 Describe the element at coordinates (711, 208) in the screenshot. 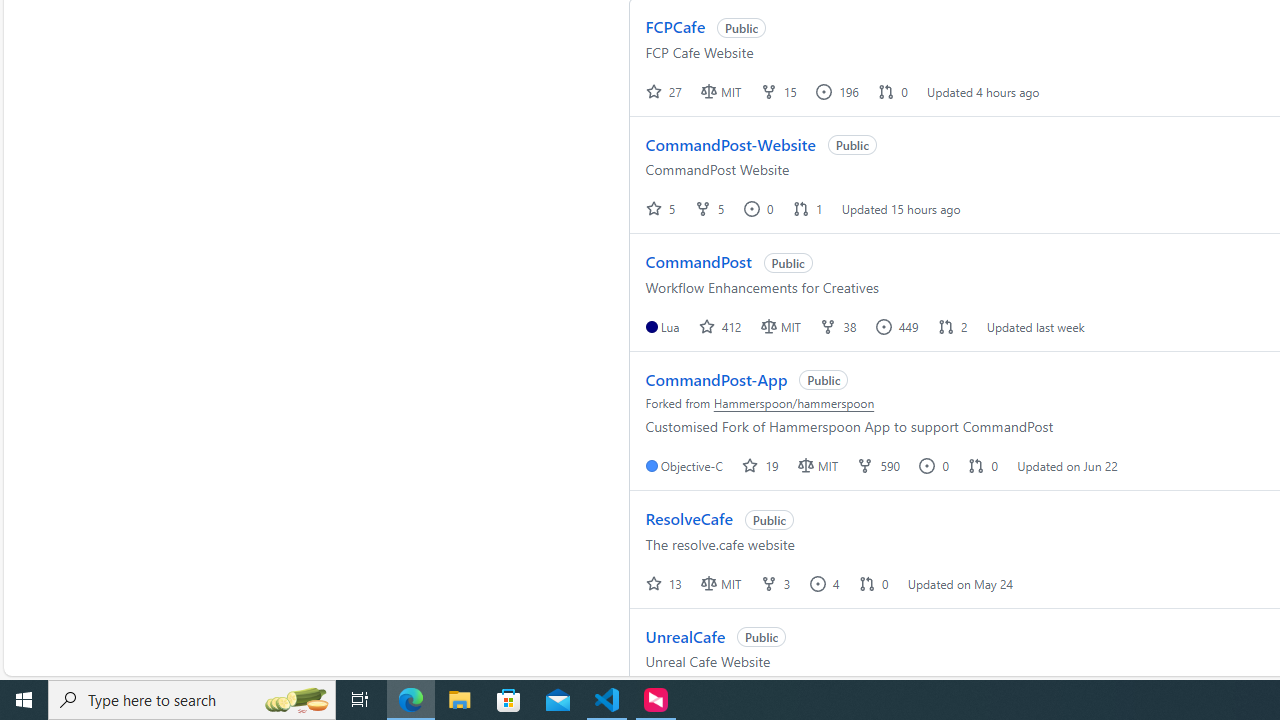

I see `'fork 5 '` at that location.